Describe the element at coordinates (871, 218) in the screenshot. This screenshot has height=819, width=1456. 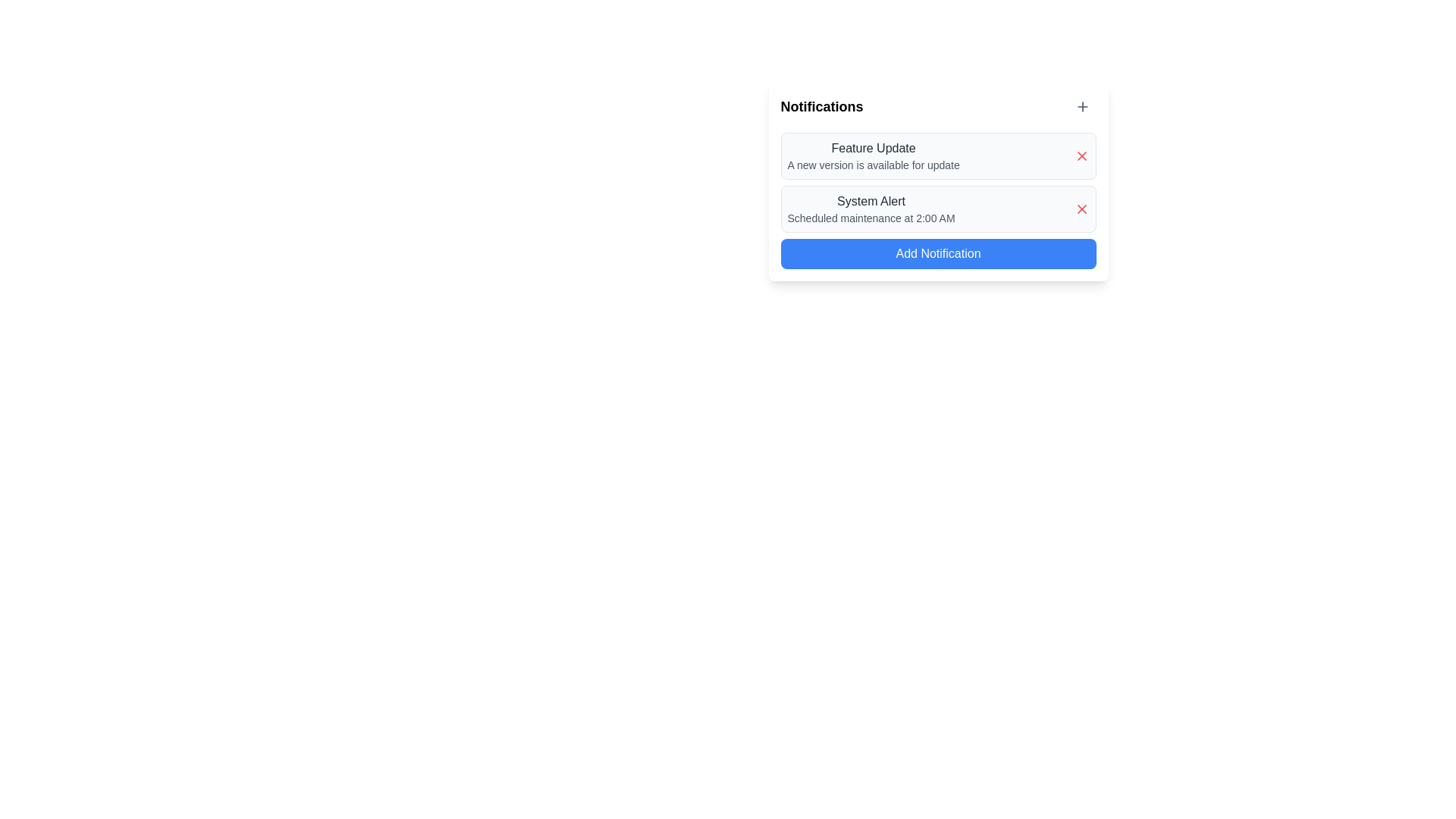
I see `the text label providing additional information about the 'System Alert' located at the bottom of the Notifications card` at that location.